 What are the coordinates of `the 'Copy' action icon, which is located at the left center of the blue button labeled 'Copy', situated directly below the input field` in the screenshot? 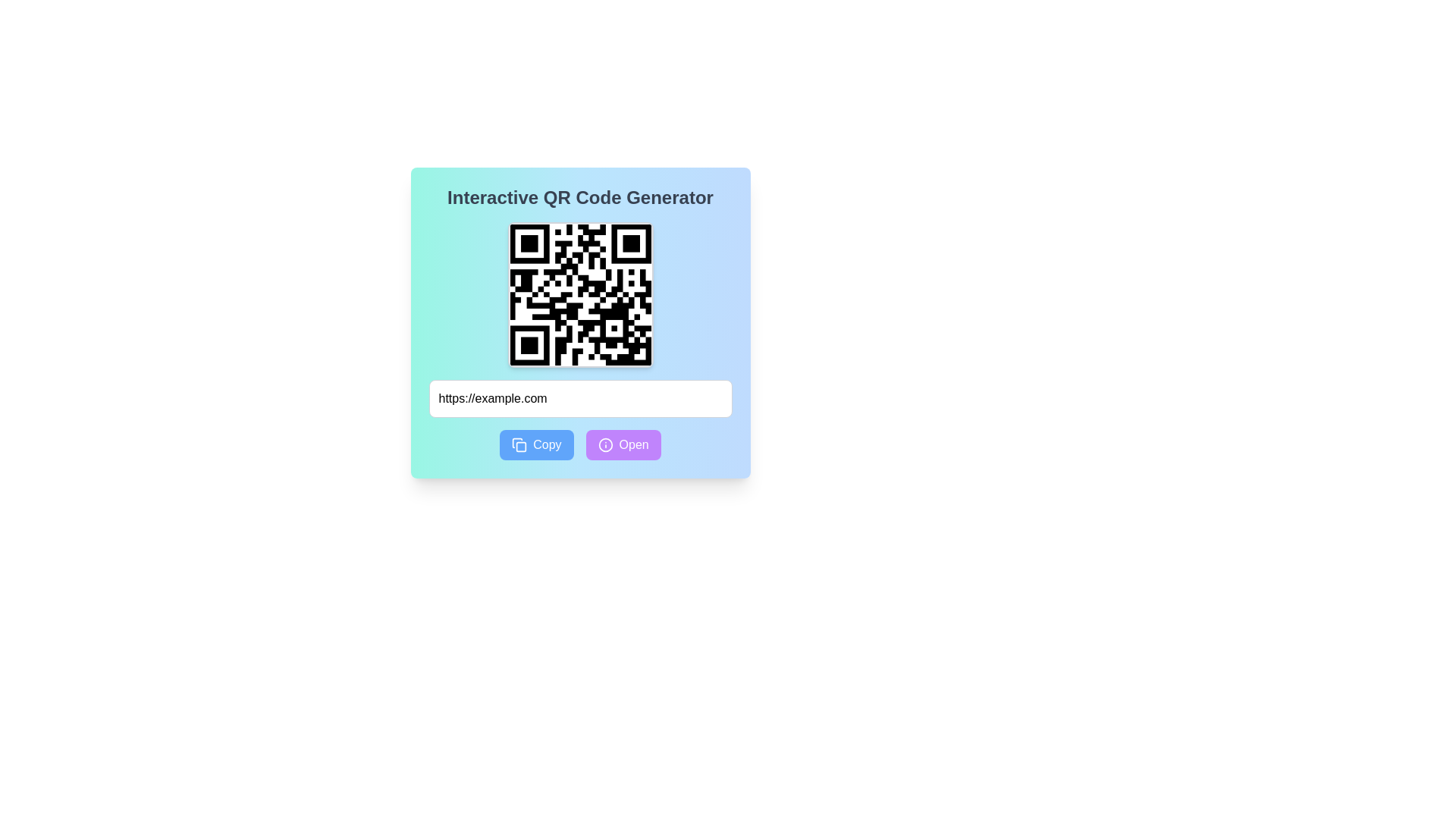 It's located at (519, 444).